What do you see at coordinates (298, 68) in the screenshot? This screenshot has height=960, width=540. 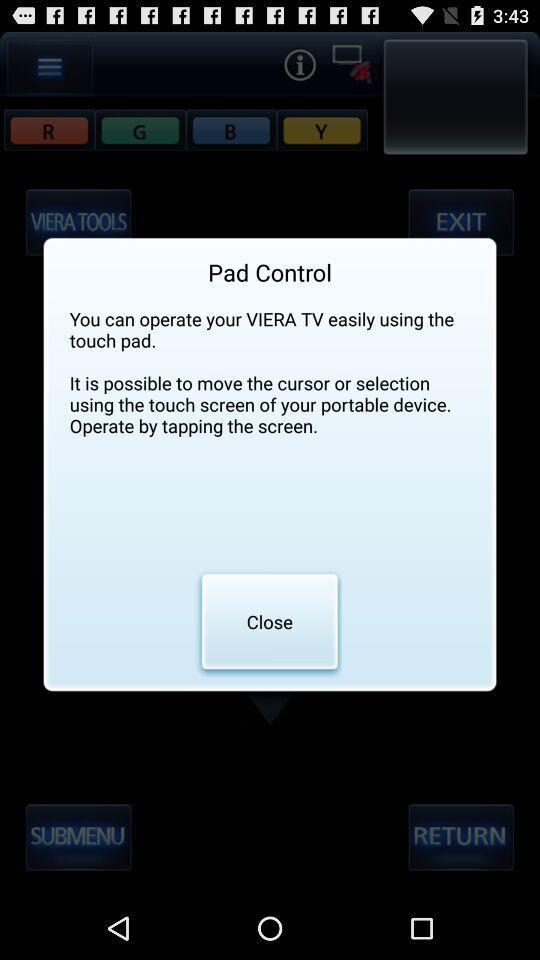 I see `the info icon` at bounding box center [298, 68].